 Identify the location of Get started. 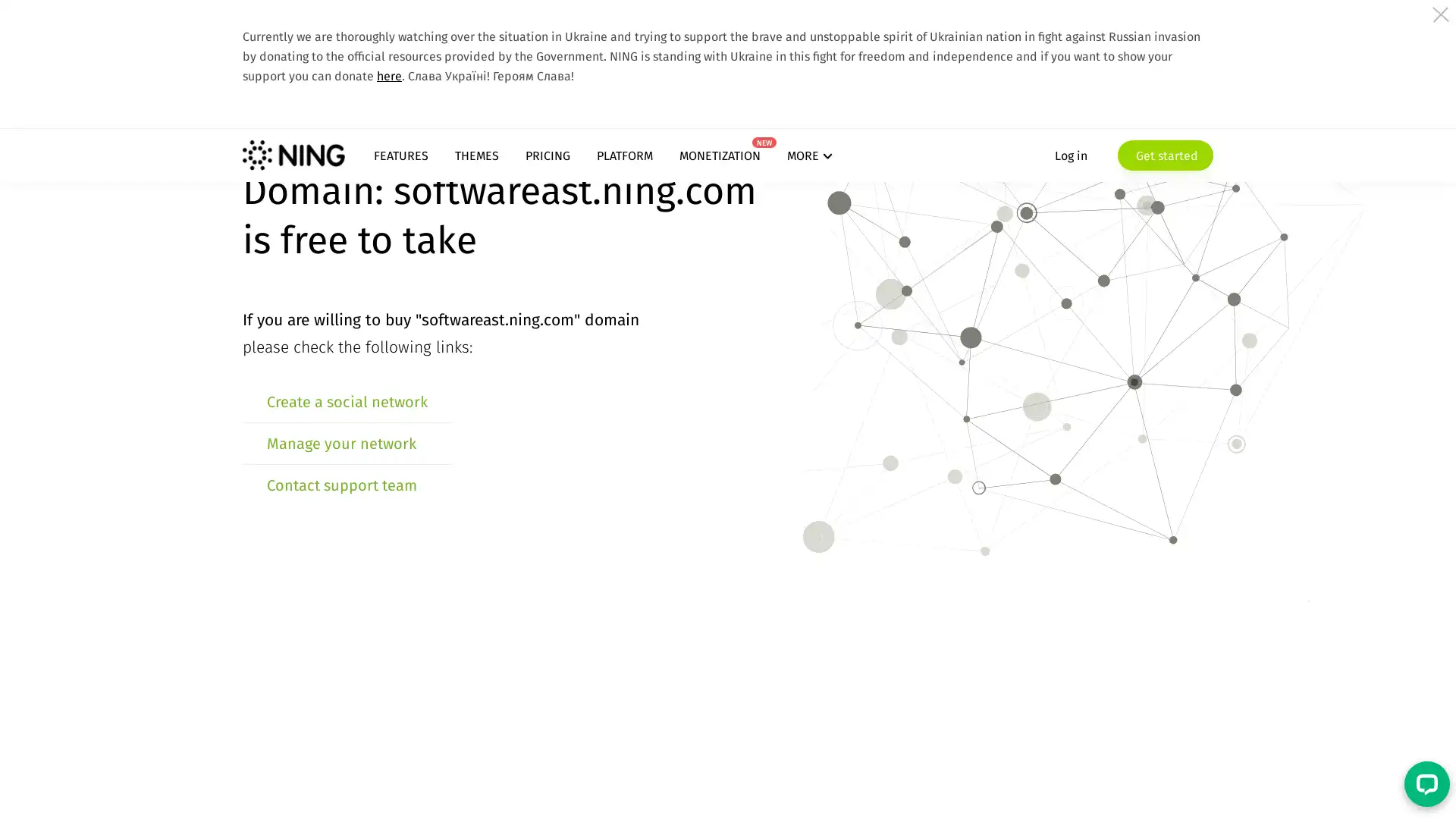
(1164, 155).